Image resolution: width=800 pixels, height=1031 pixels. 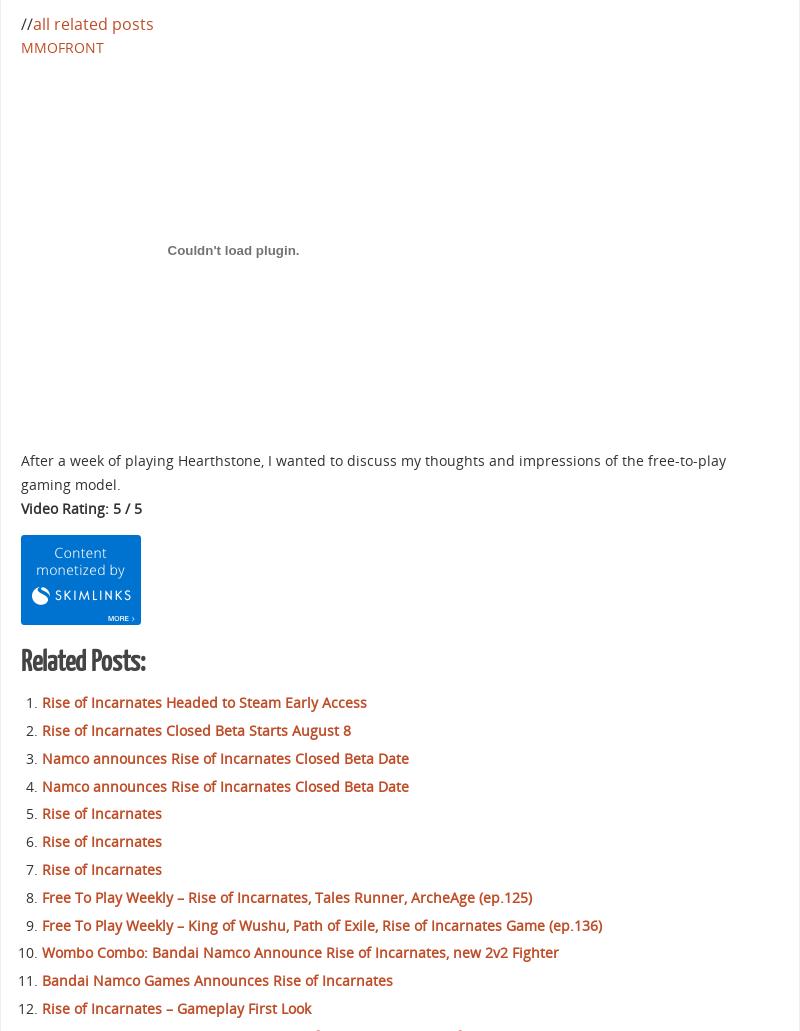 What do you see at coordinates (287, 896) in the screenshot?
I see `'Free To Play Weekly – Rise of Incarnates, Tales Runner, ArcheAge (ep.125)'` at bounding box center [287, 896].